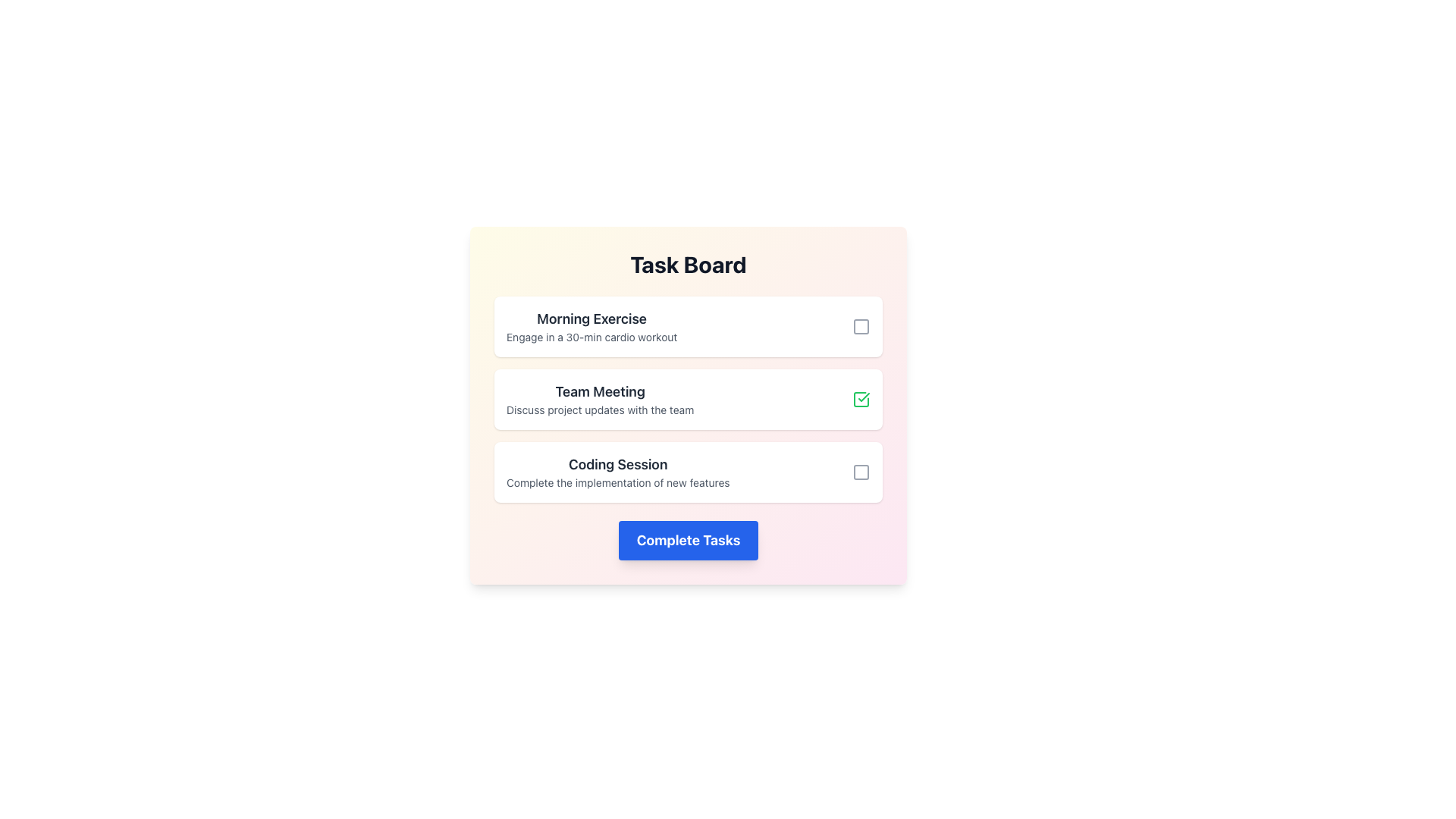 Image resolution: width=1456 pixels, height=819 pixels. I want to click on title and description of the second task item in the task list, which includes a checkbox for marking completion, so click(687, 399).